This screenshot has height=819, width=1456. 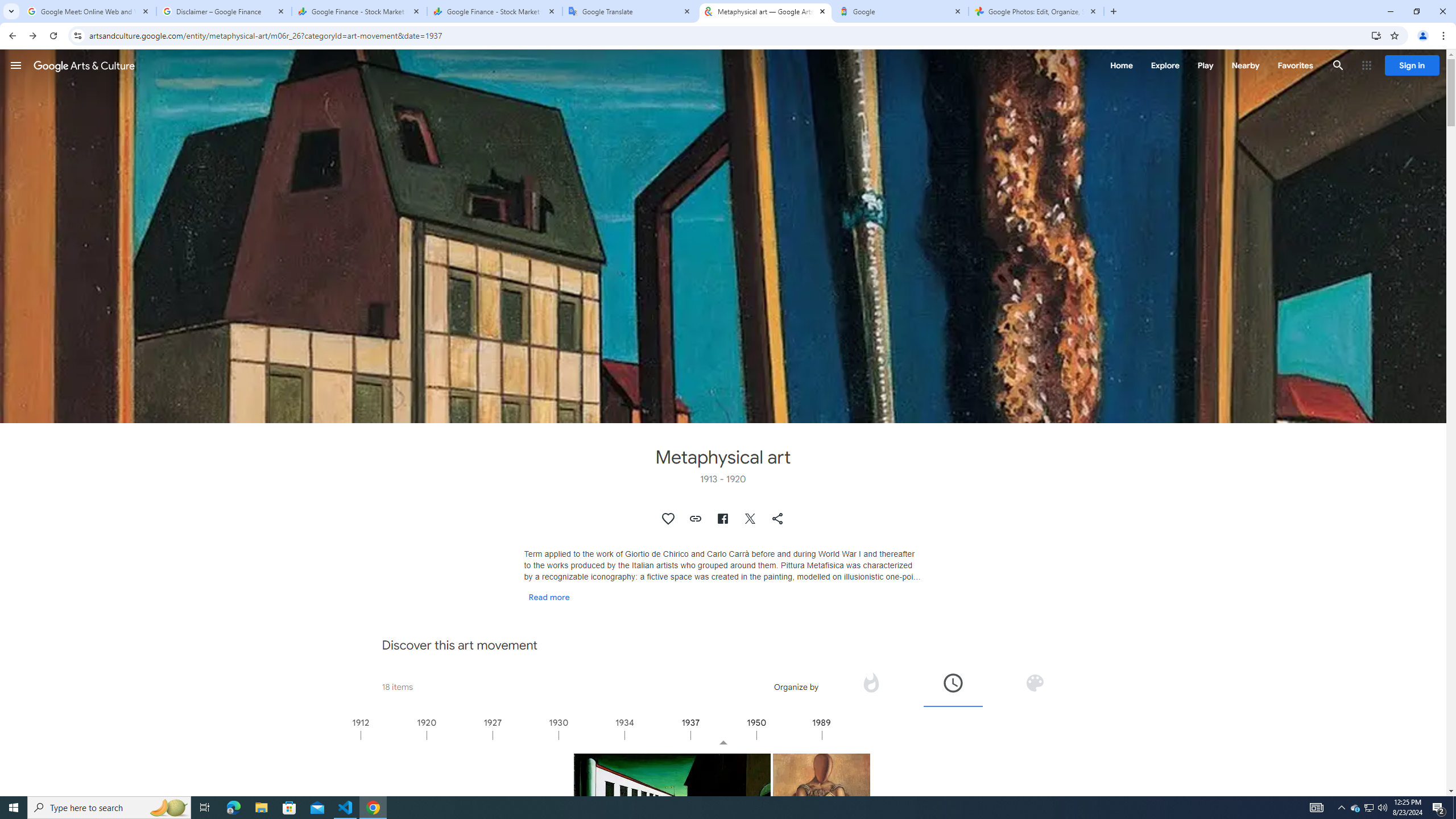 What do you see at coordinates (777, 518) in the screenshot?
I see `'Share "Metaphysical art"'` at bounding box center [777, 518].